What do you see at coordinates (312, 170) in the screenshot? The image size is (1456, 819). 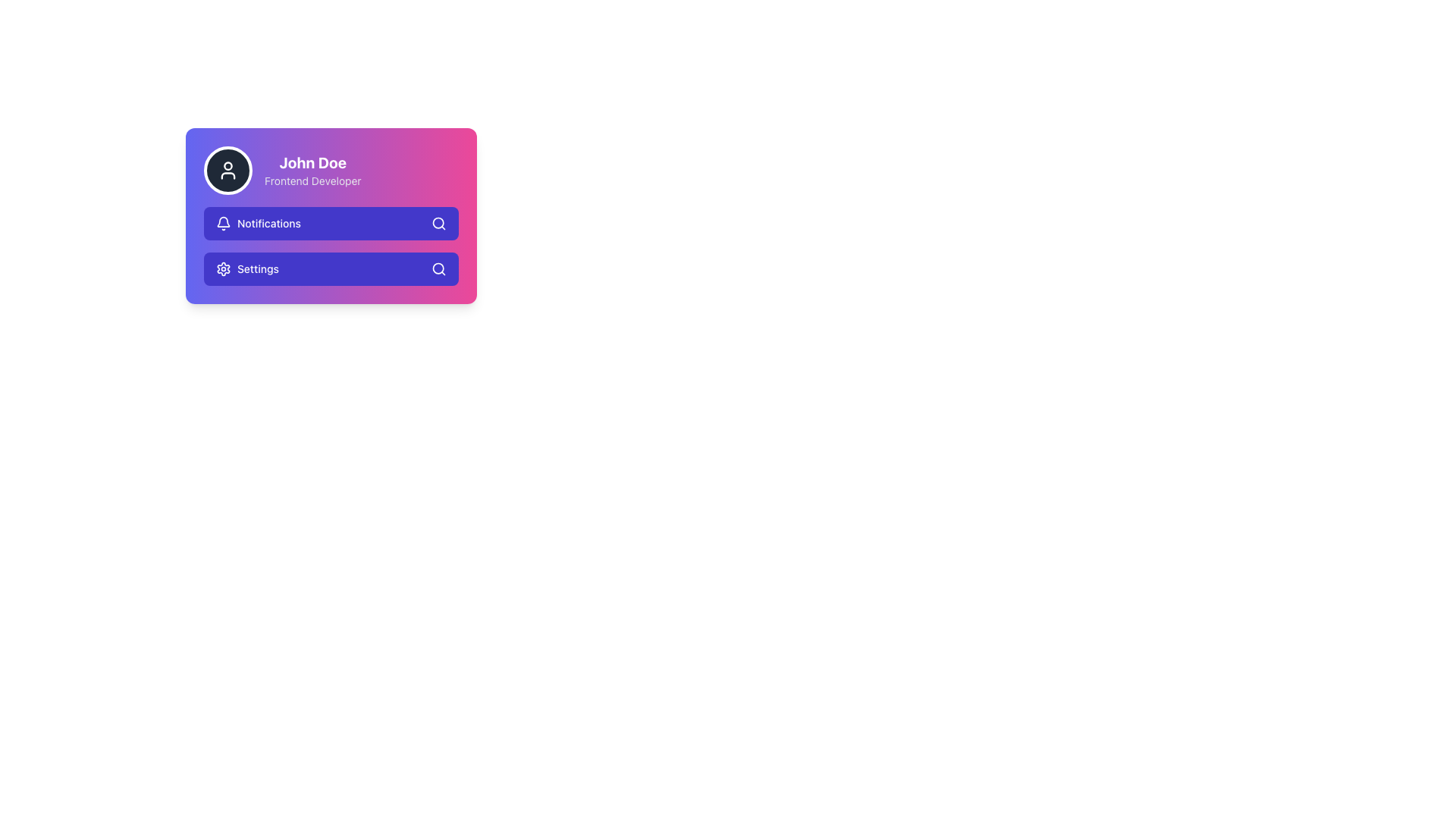 I see `the textual component displaying the name 'John Doe' and the role 'Frontend Developer' within the profile card that has a gradient purple and pink background` at bounding box center [312, 170].